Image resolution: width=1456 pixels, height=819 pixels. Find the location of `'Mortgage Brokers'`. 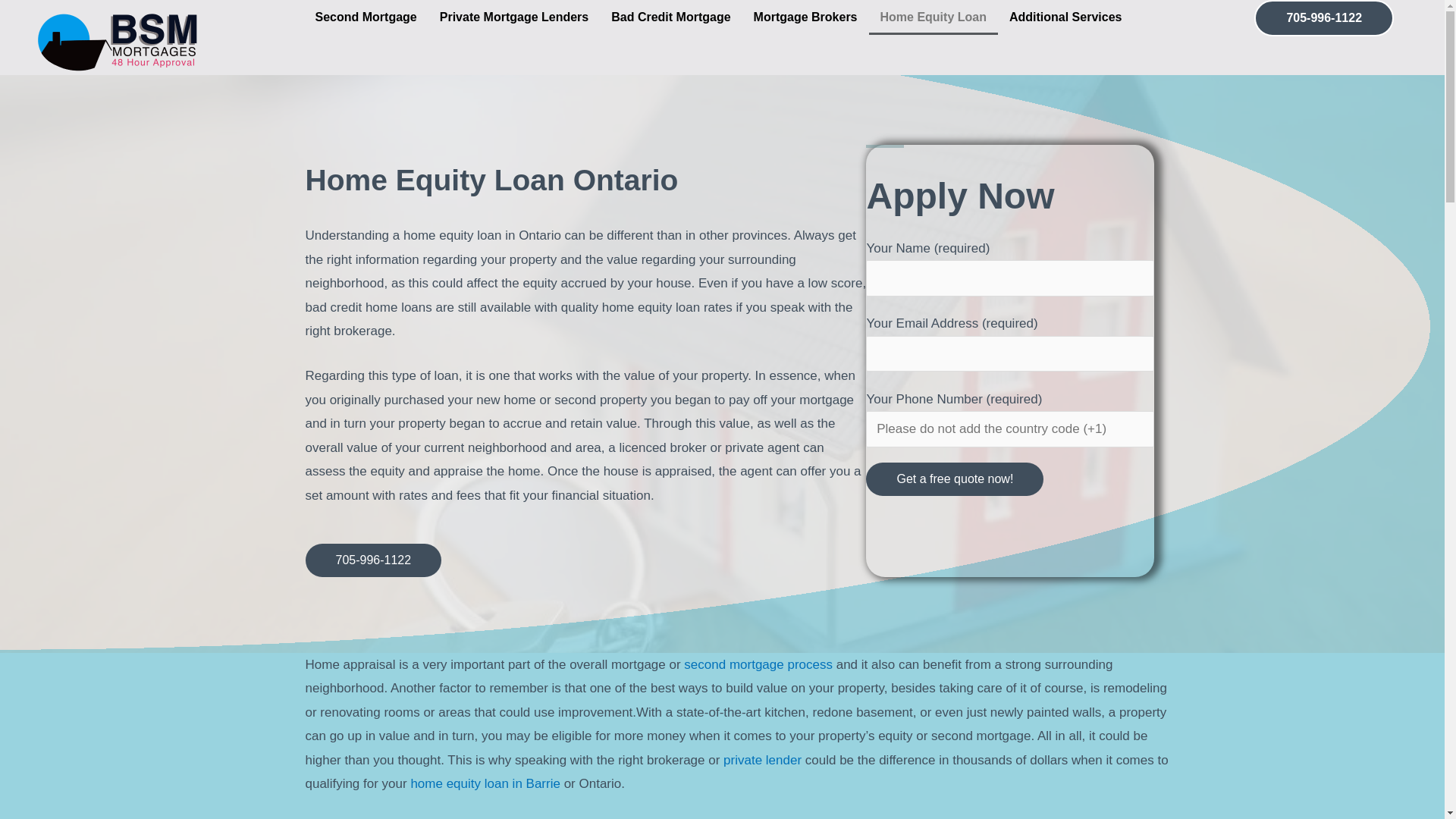

'Mortgage Brokers' is located at coordinates (805, 17).